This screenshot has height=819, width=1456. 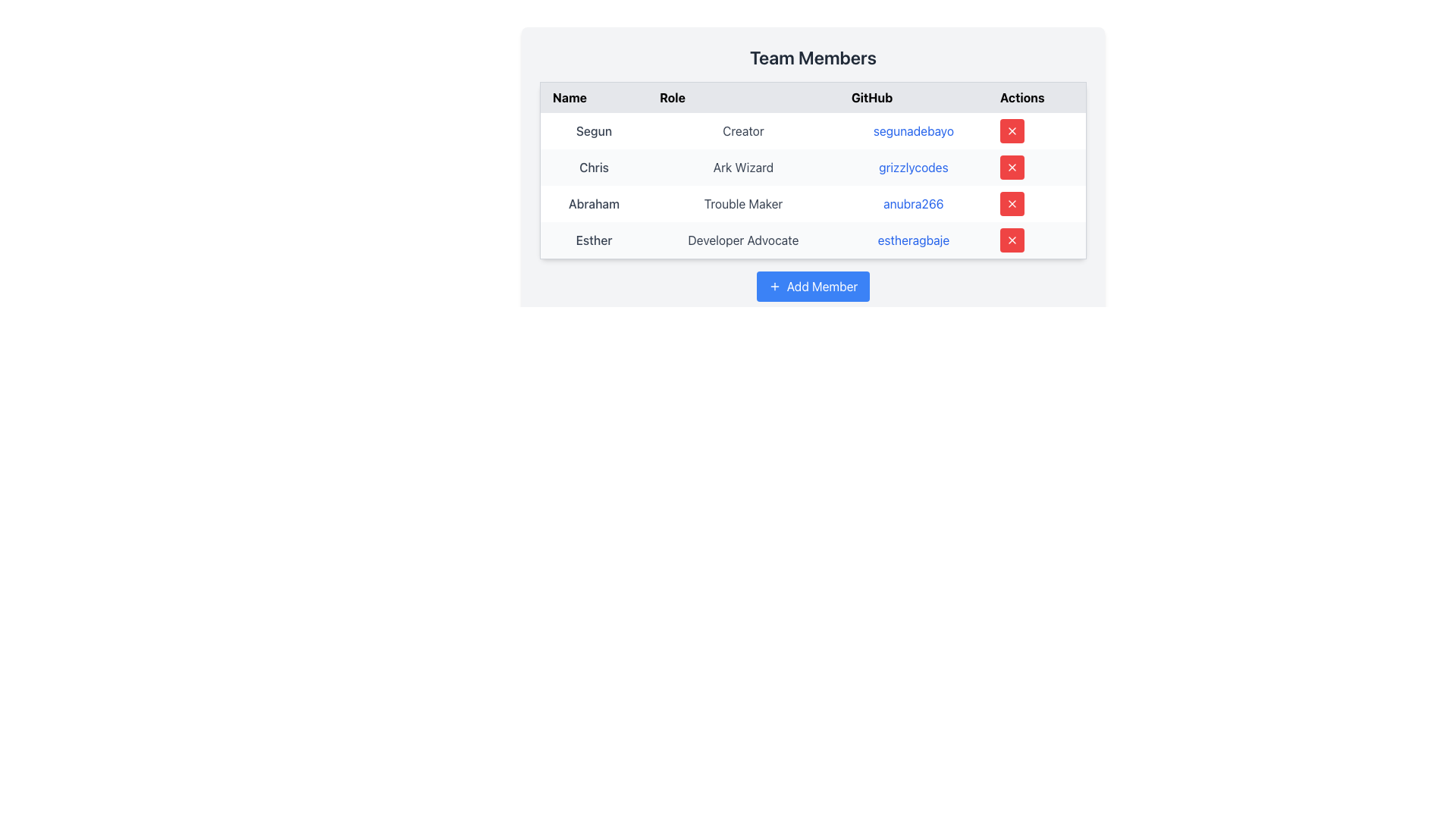 I want to click on the delete button located in the 'Actions' column of the table for the row corresponding to 'Chris' and 'Ark Wizard', so click(x=1036, y=167).